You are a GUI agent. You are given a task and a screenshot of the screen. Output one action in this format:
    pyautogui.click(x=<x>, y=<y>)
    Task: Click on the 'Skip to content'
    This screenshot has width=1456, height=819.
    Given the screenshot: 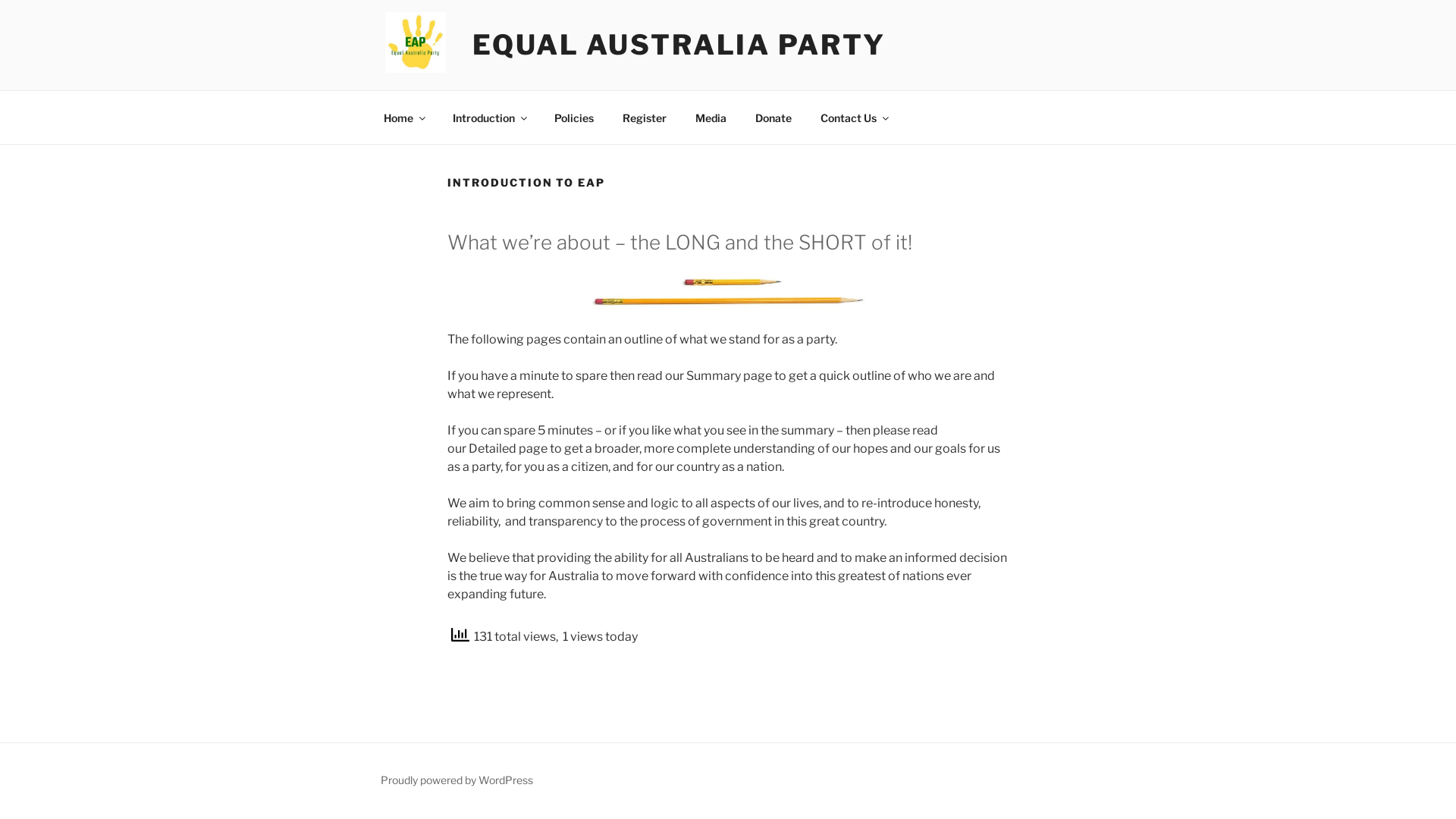 What is the action you would take?
    pyautogui.click(x=0, y=0)
    